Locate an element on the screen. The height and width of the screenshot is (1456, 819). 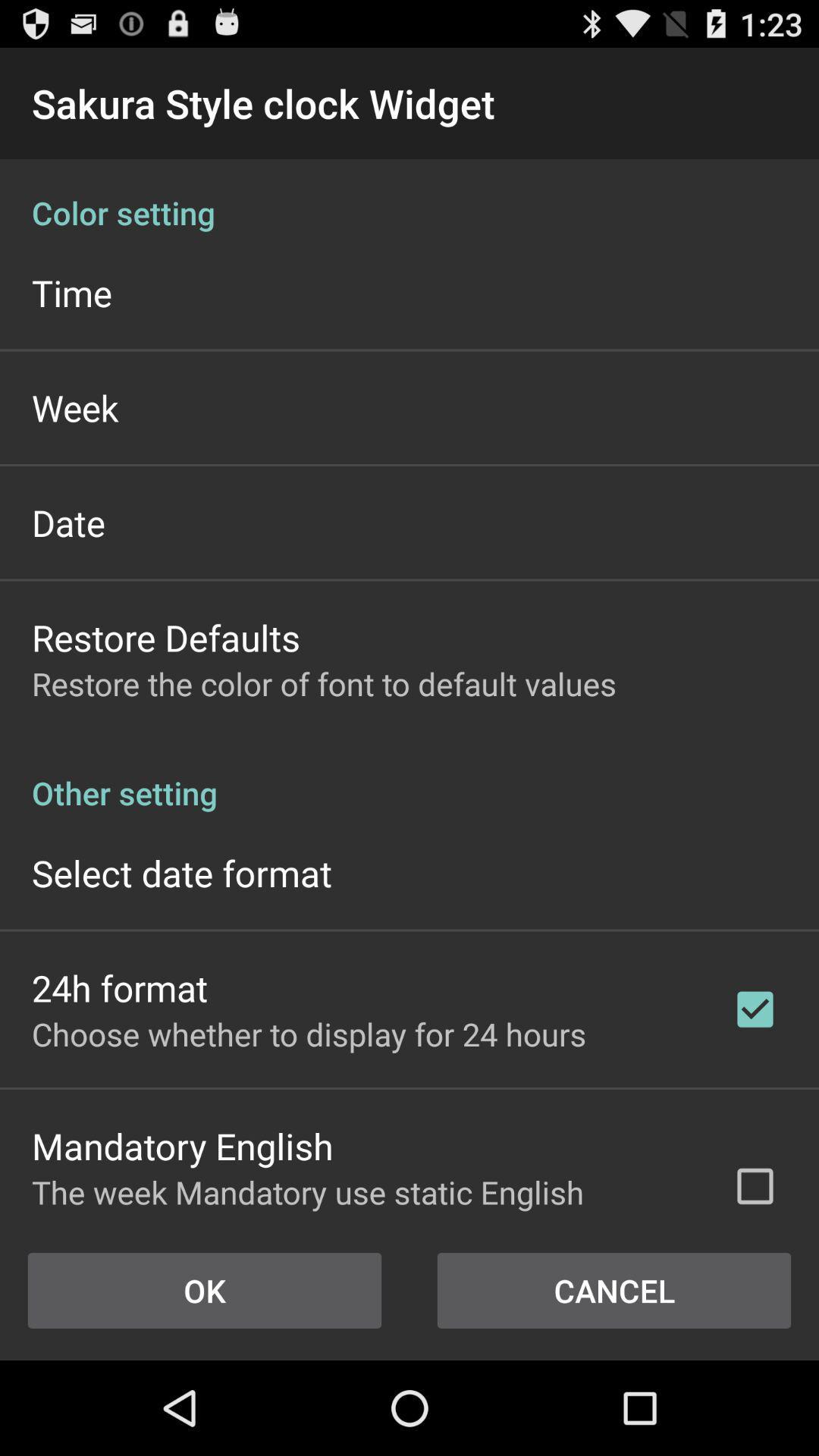
the choose whether to is located at coordinates (308, 1033).